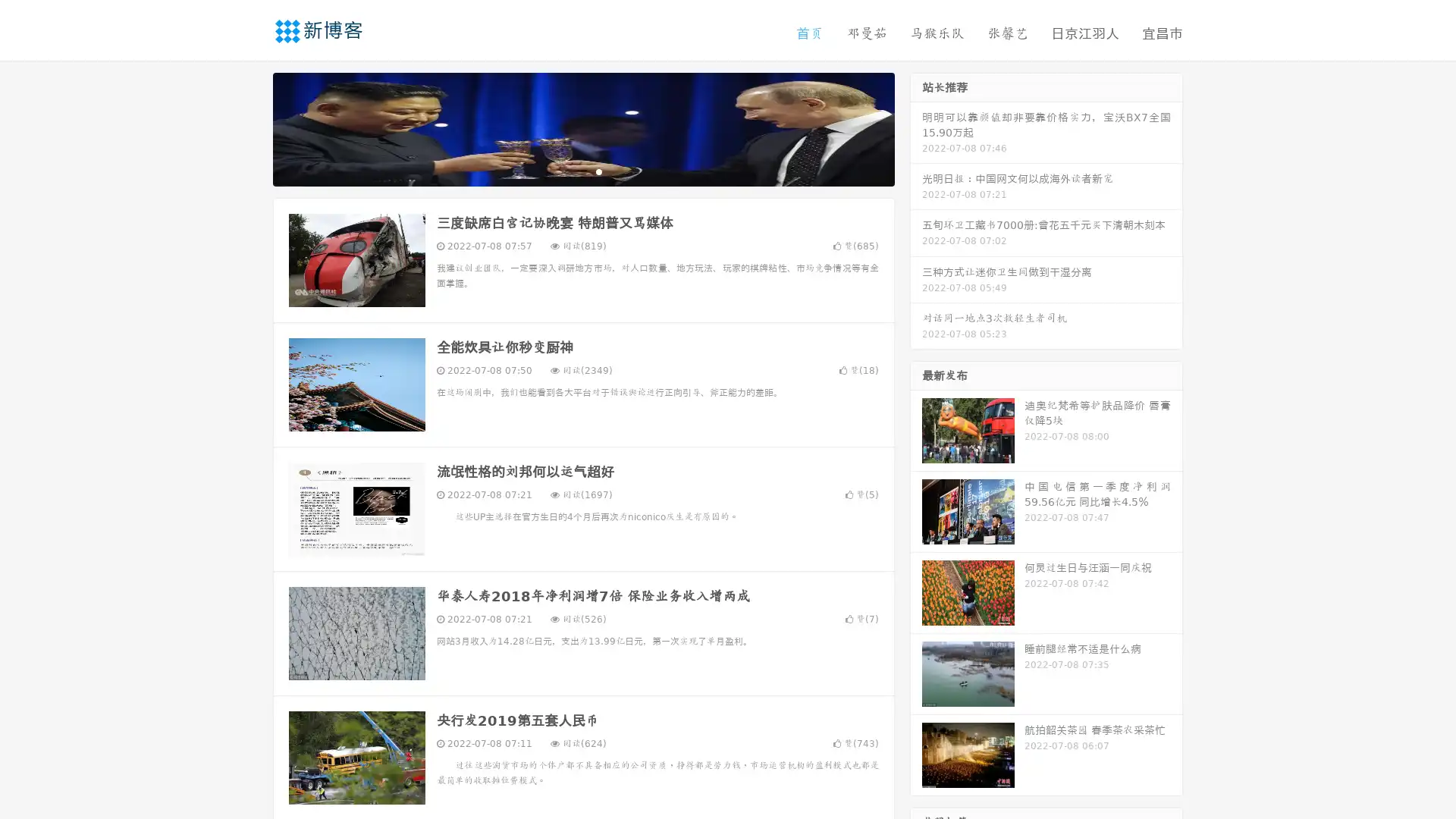 This screenshot has width=1456, height=819. Describe the element at coordinates (582, 171) in the screenshot. I see `Go to slide 2` at that location.